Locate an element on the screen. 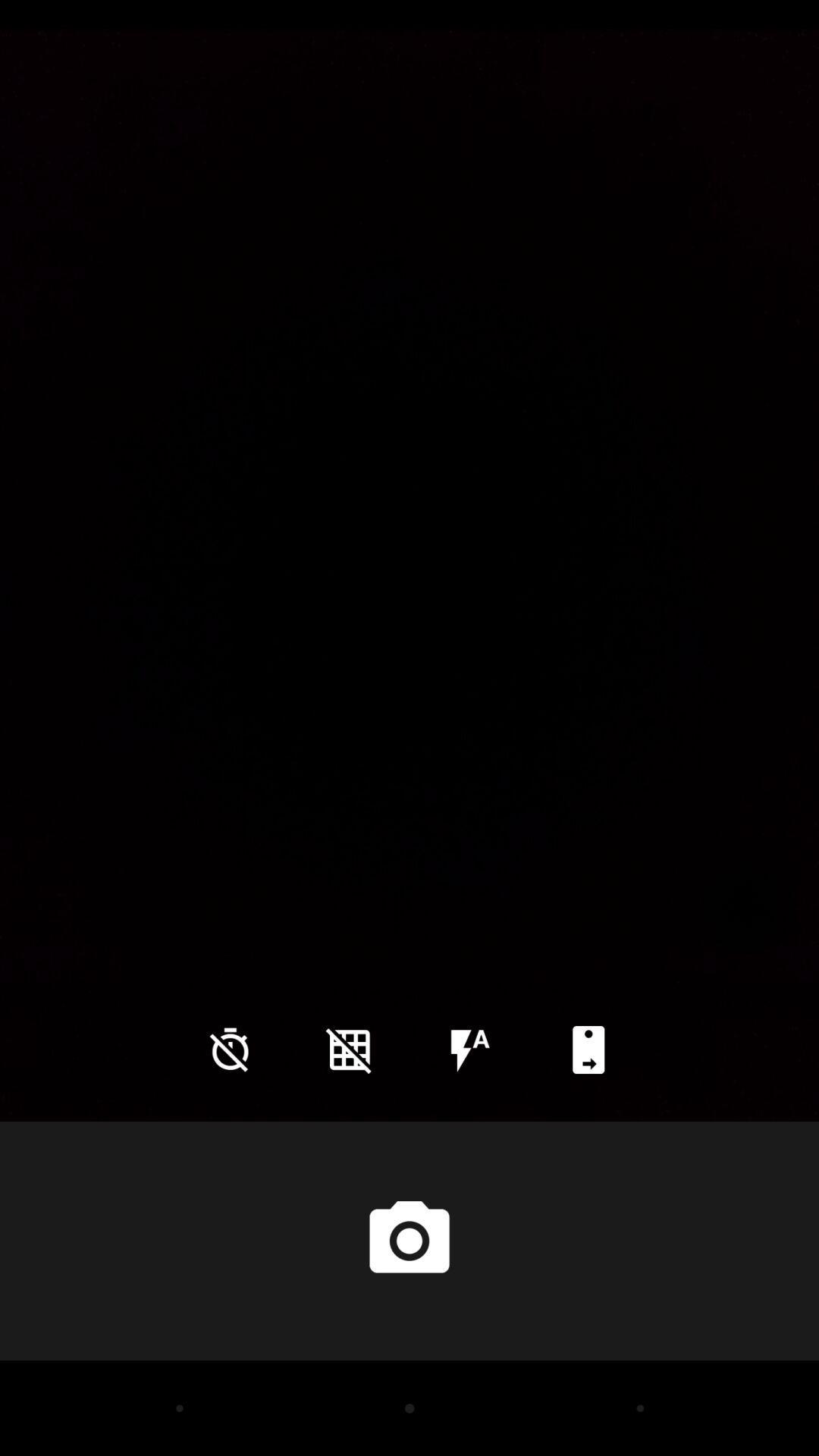 This screenshot has width=819, height=1456. item at the bottom left corner is located at coordinates (230, 1049).